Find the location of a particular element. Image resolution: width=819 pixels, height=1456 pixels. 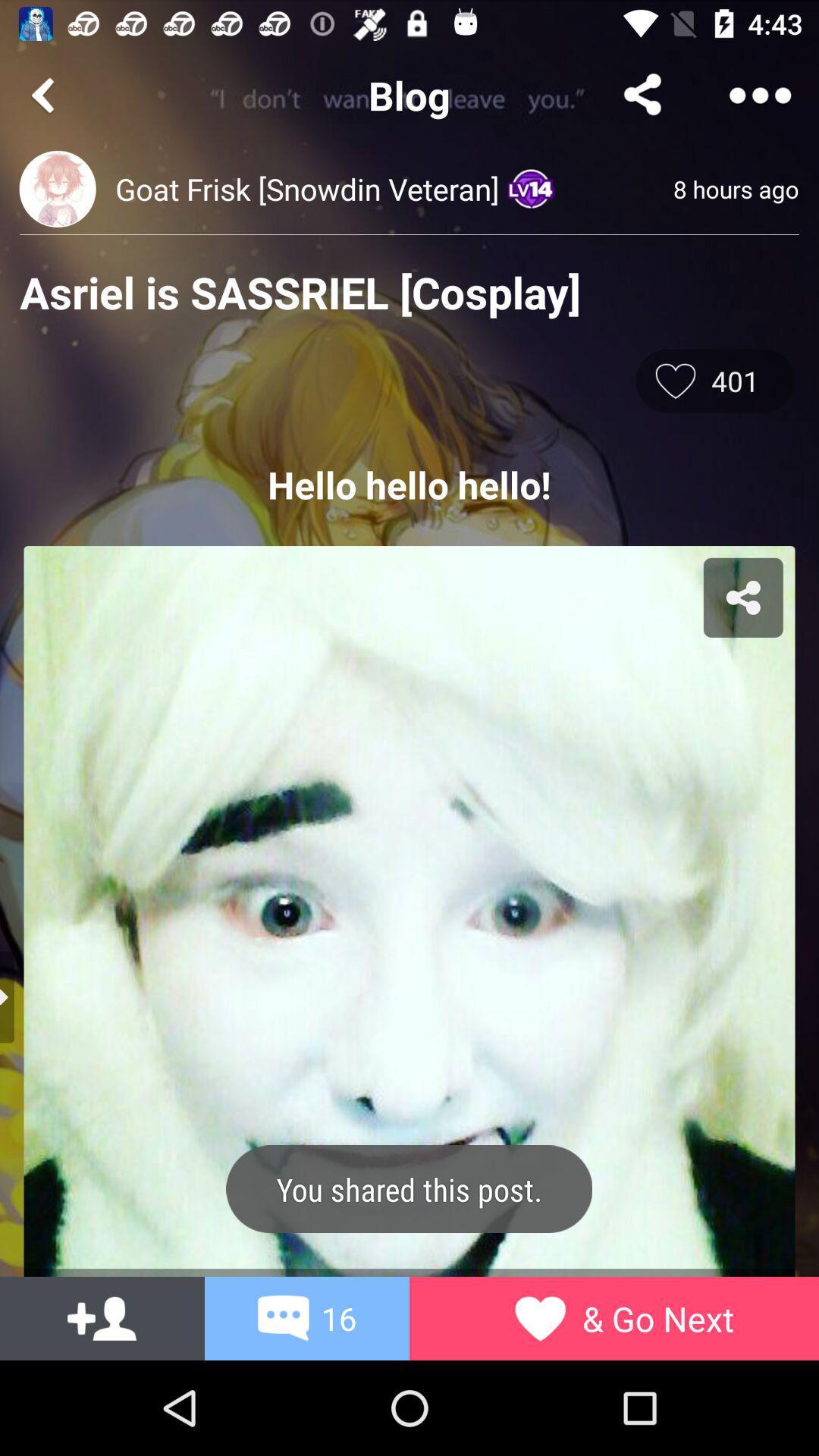

menu button is located at coordinates (760, 94).